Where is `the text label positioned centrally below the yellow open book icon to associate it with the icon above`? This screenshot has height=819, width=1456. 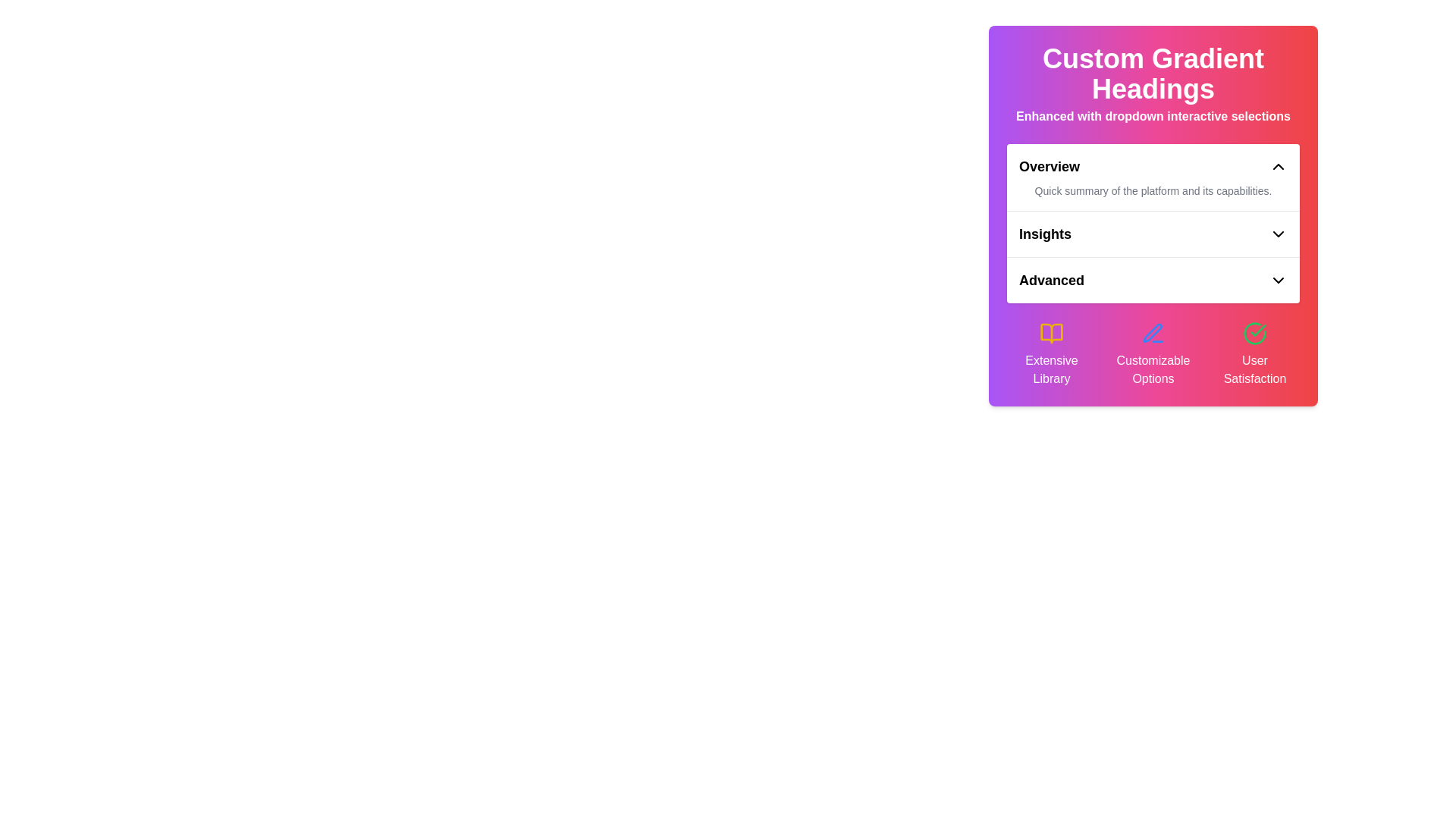 the text label positioned centrally below the yellow open book icon to associate it with the icon above is located at coordinates (1051, 370).